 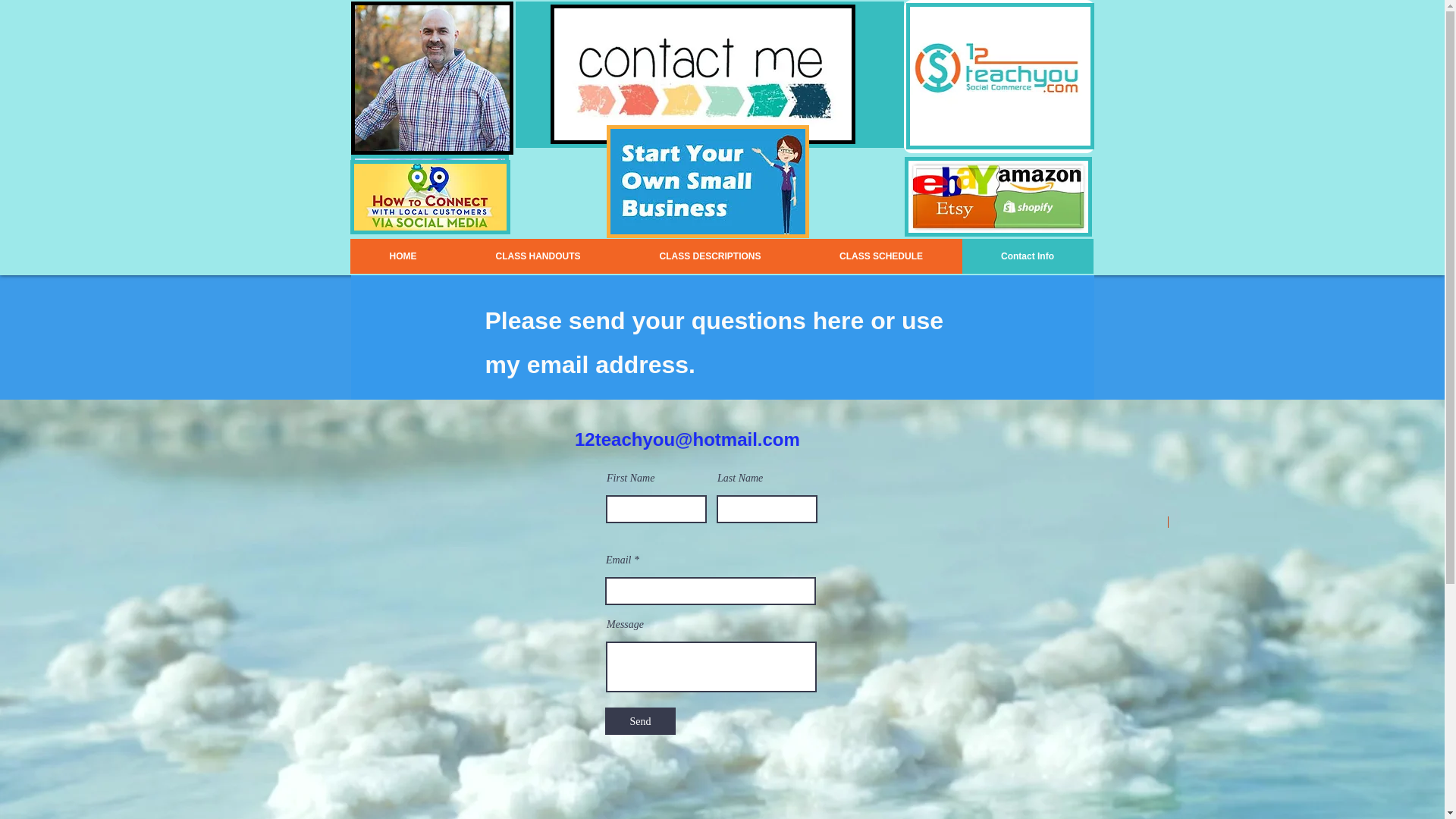 I want to click on 'images (10).jpg', so click(x=707, y=180).